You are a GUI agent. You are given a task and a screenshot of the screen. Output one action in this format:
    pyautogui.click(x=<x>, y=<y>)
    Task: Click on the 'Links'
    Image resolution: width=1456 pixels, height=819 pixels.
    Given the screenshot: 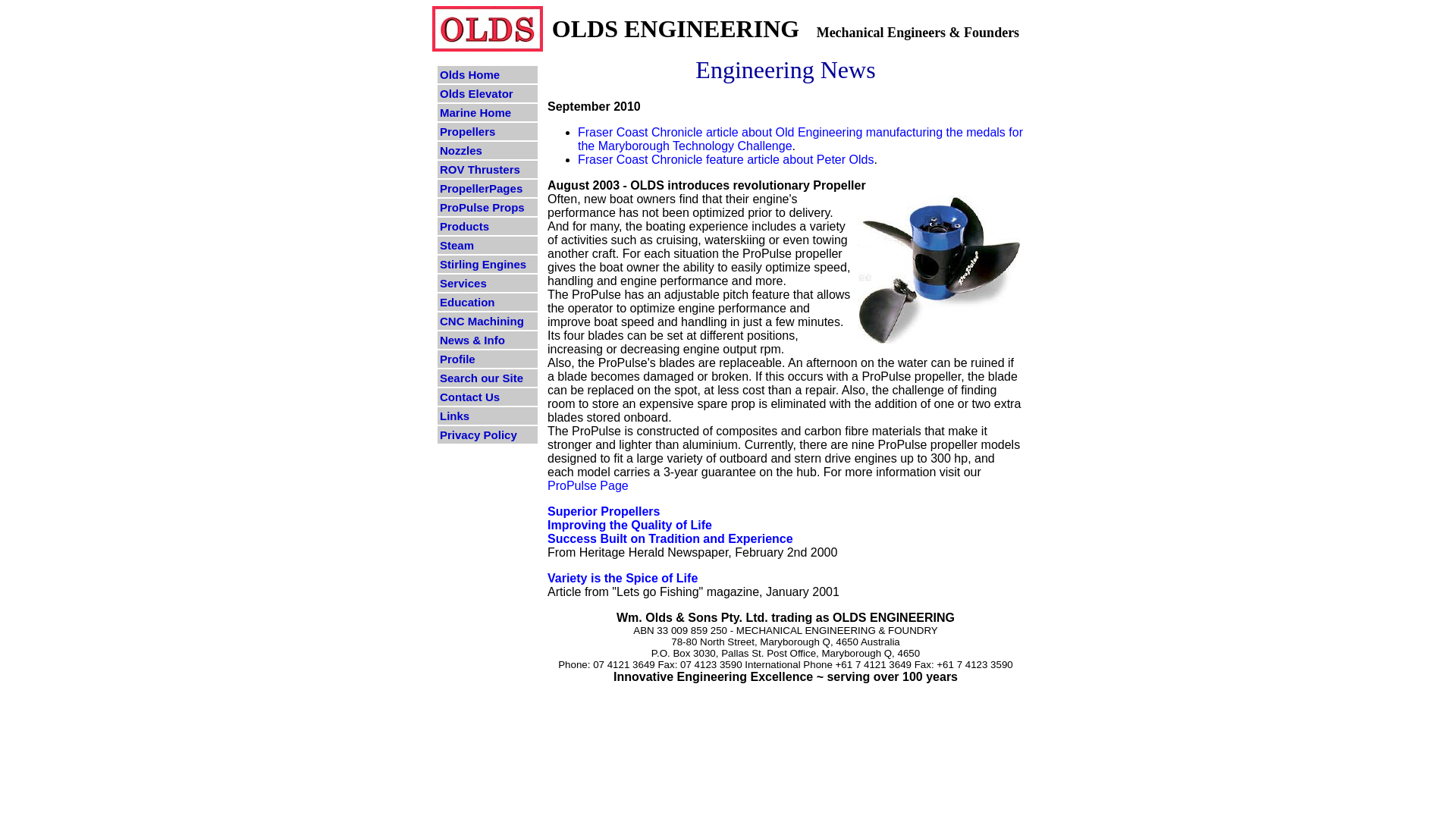 What is the action you would take?
    pyautogui.click(x=488, y=416)
    